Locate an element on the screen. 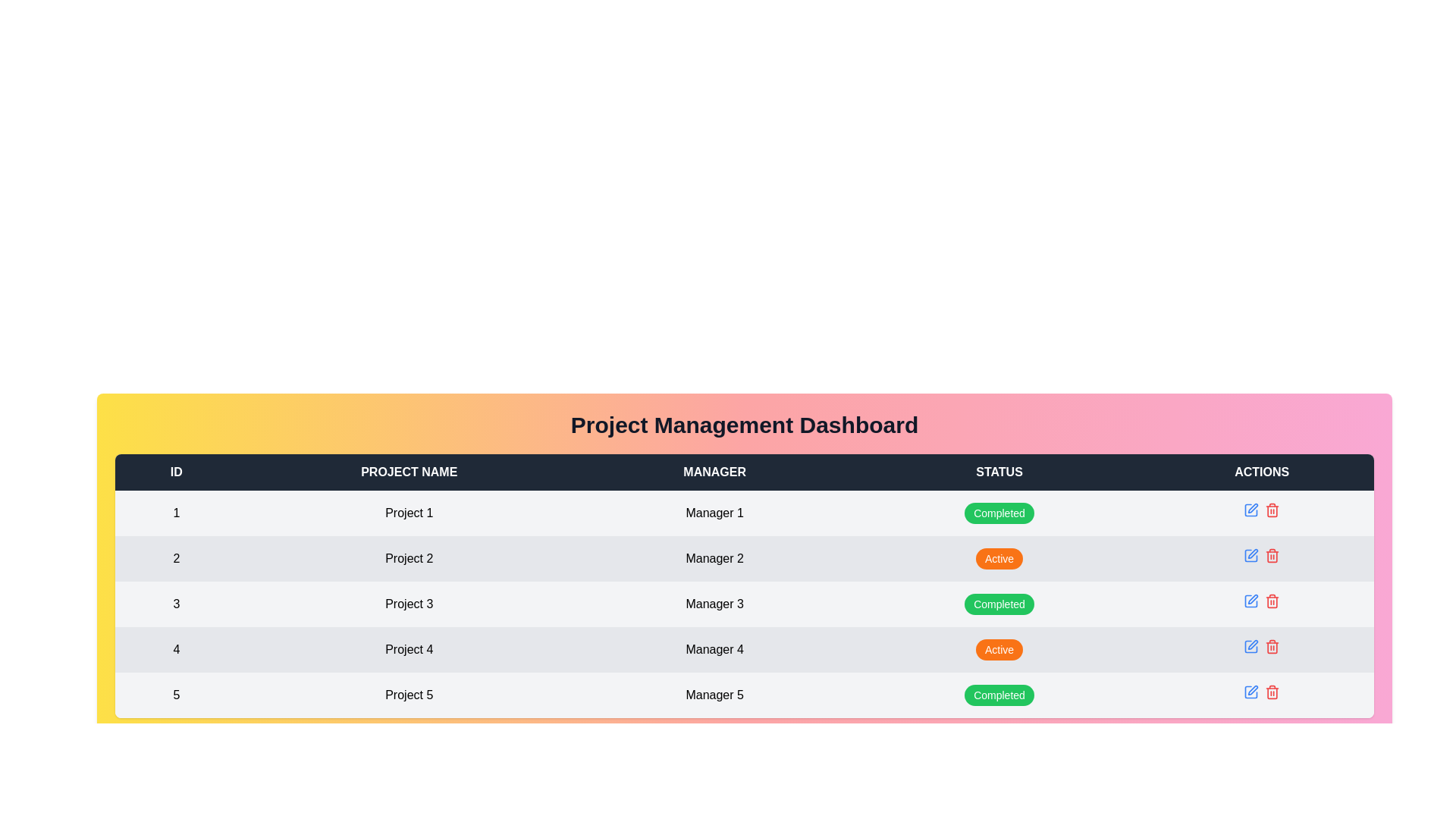 This screenshot has height=819, width=1456. the third header text label that designates the column containing data about managers, located between 'Project Name' and 'Status' in the data table is located at coordinates (714, 472).